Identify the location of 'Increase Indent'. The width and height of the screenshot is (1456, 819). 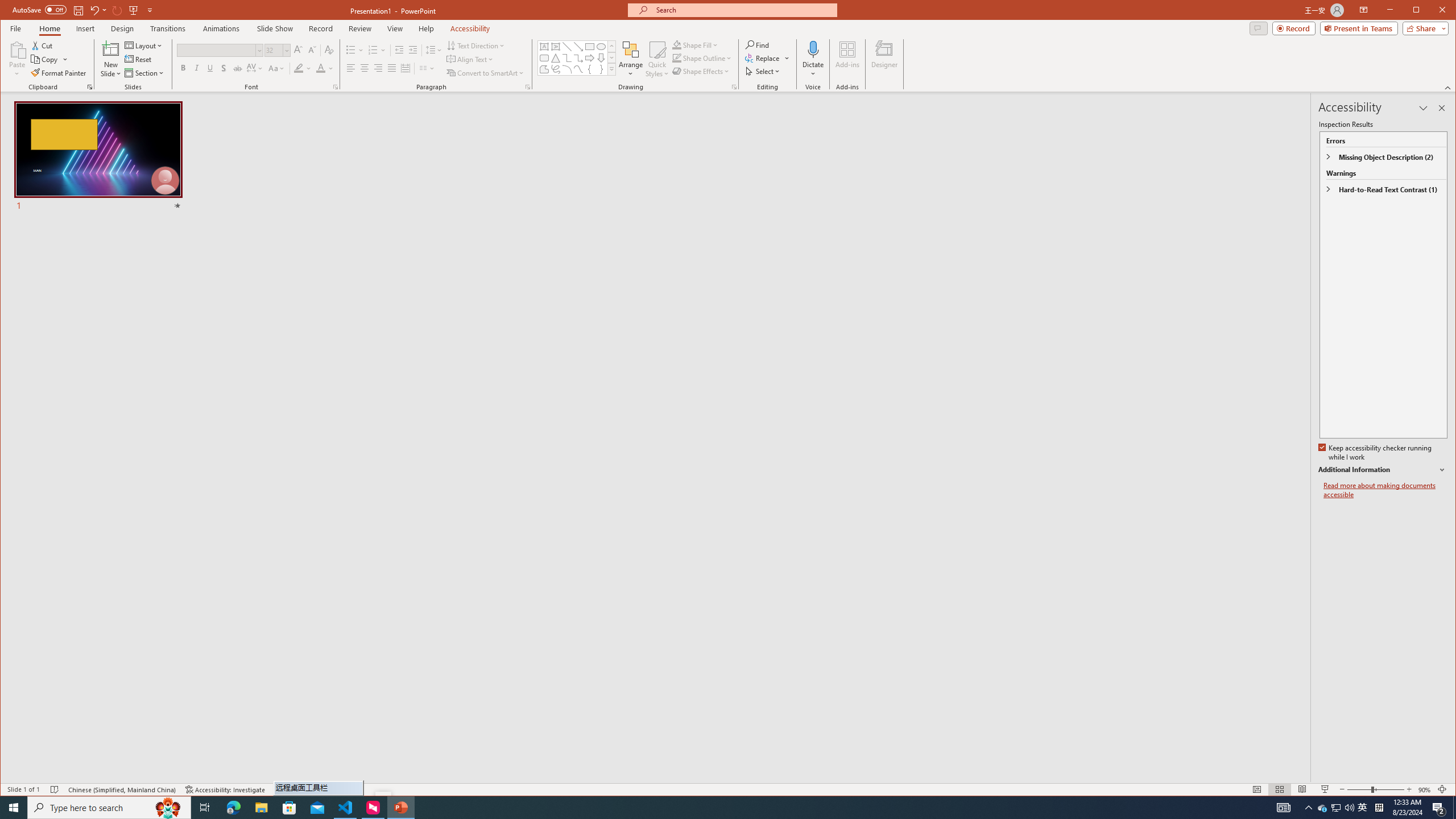
(412, 49).